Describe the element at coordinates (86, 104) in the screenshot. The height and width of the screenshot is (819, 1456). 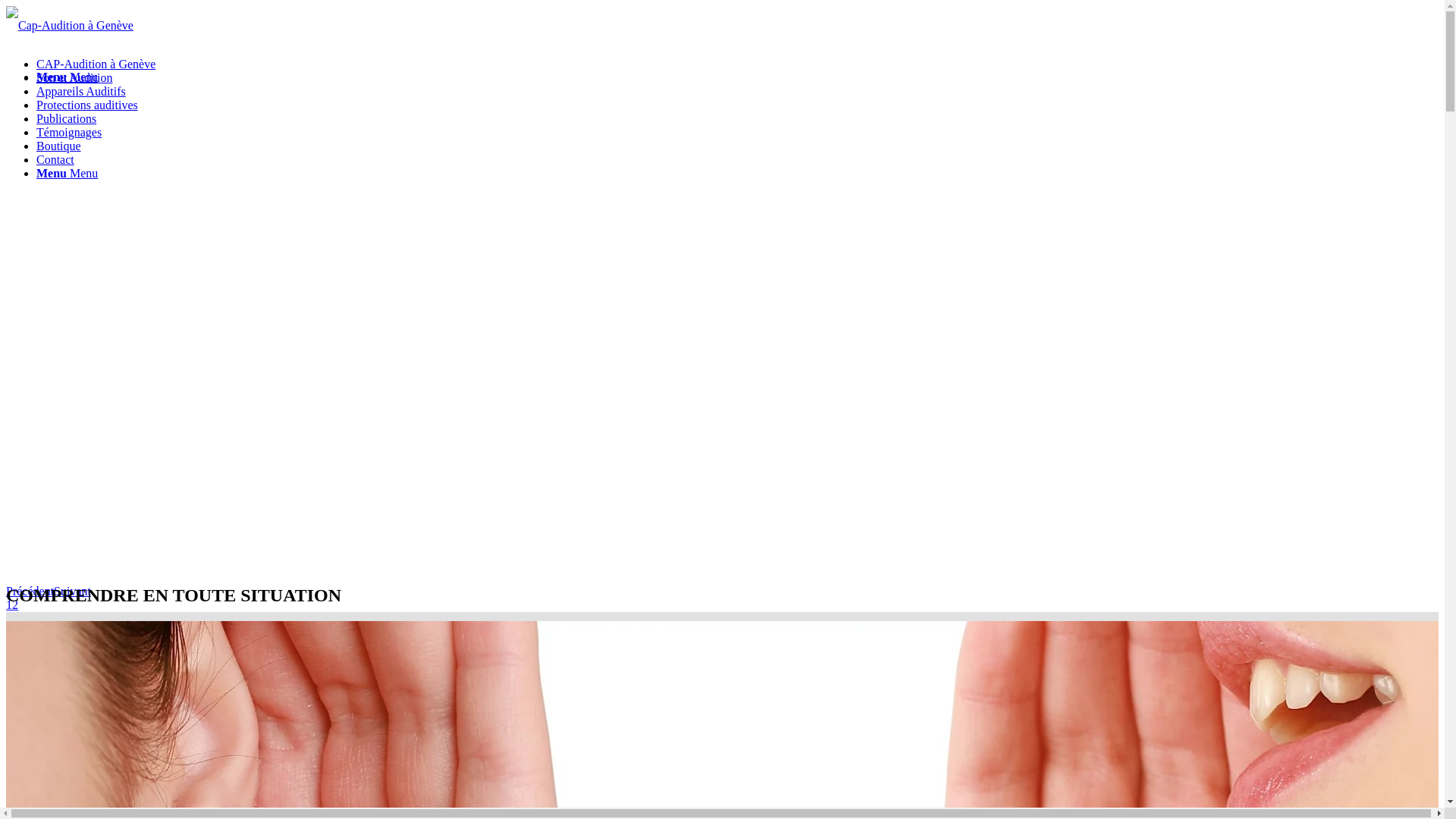
I see `'Protections auditives'` at that location.